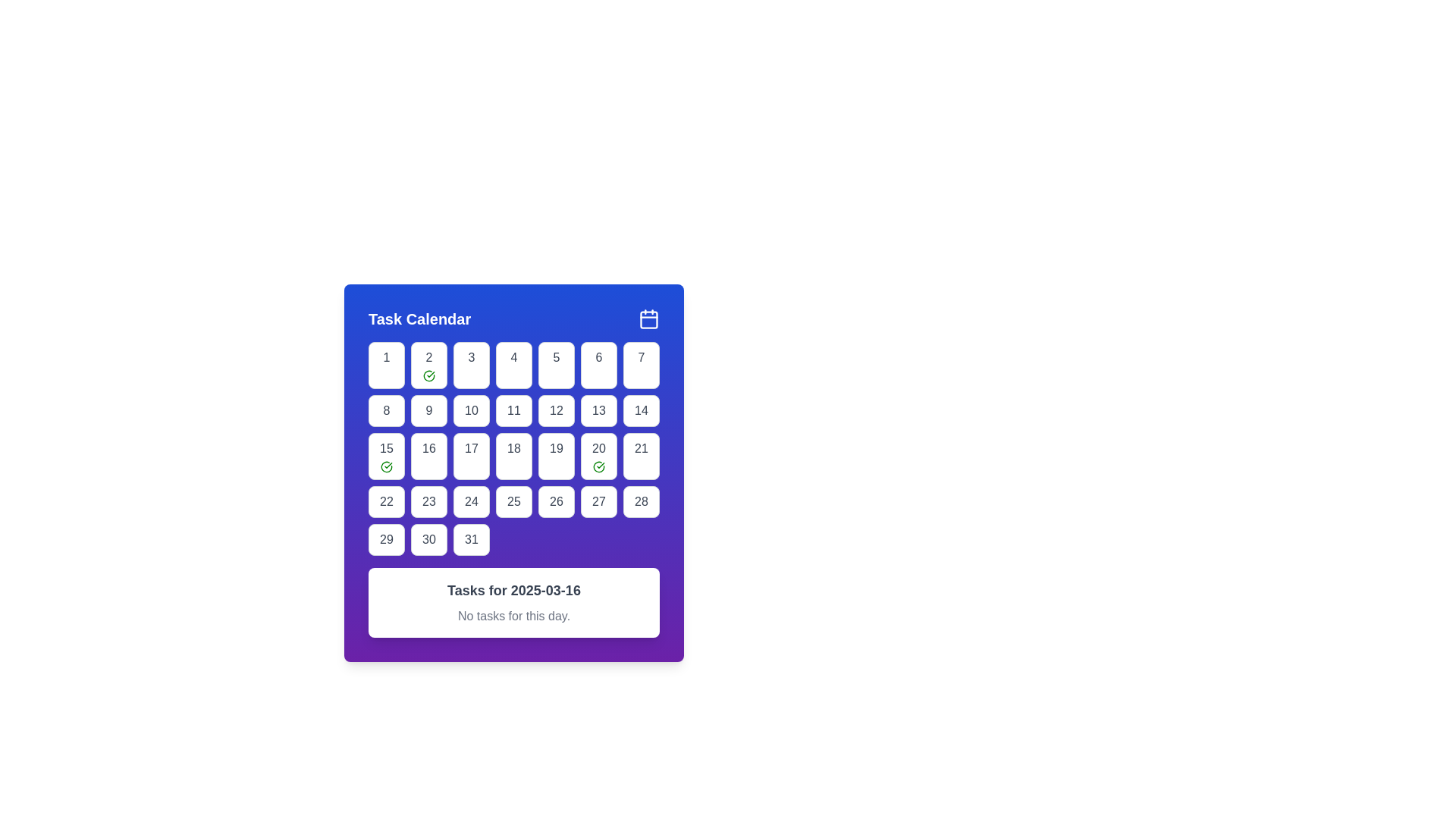 The image size is (1456, 819). Describe the element at coordinates (641, 502) in the screenshot. I see `the text-based button displaying the number '28'` at that location.